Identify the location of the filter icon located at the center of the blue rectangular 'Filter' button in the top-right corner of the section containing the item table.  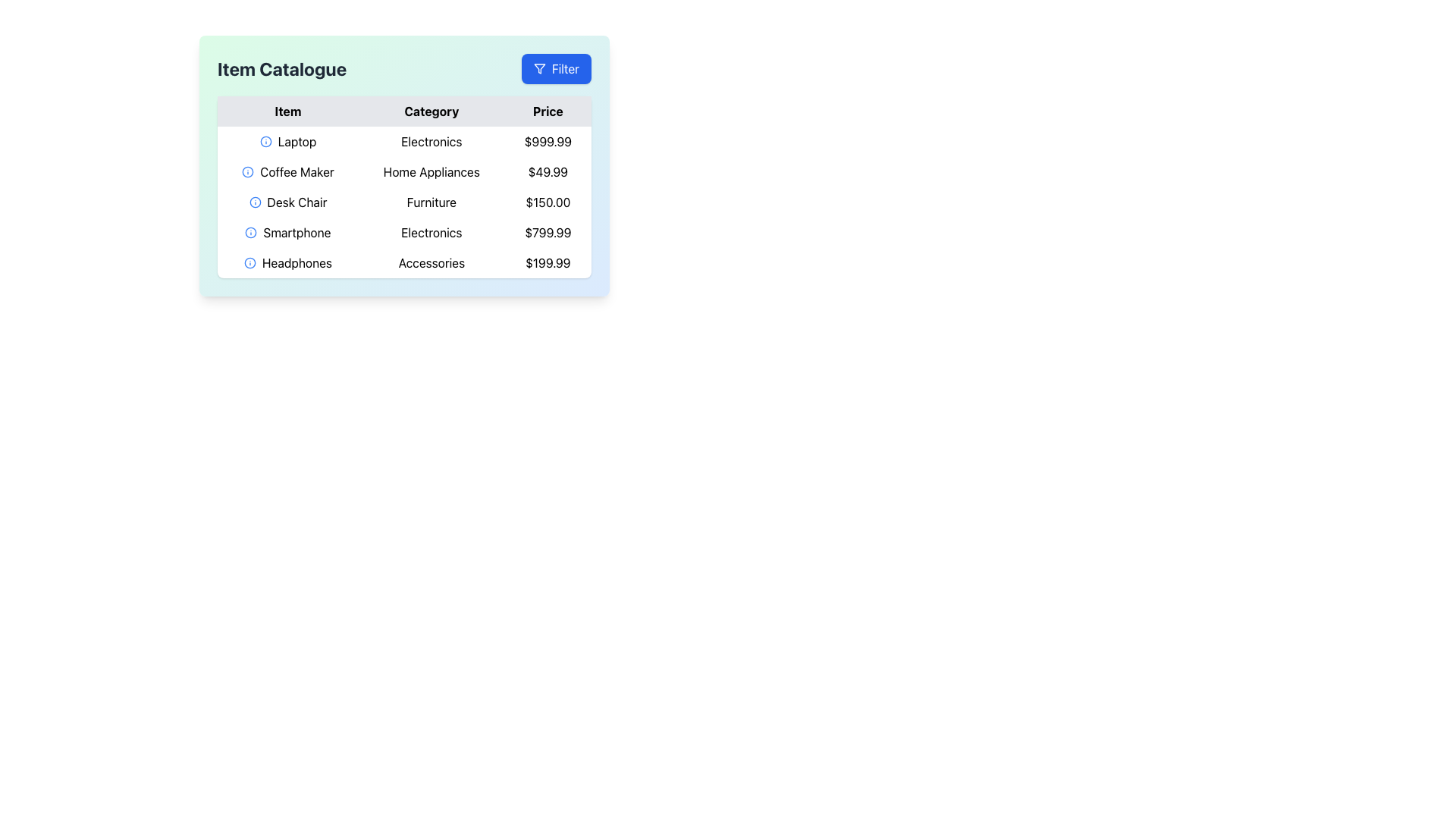
(539, 69).